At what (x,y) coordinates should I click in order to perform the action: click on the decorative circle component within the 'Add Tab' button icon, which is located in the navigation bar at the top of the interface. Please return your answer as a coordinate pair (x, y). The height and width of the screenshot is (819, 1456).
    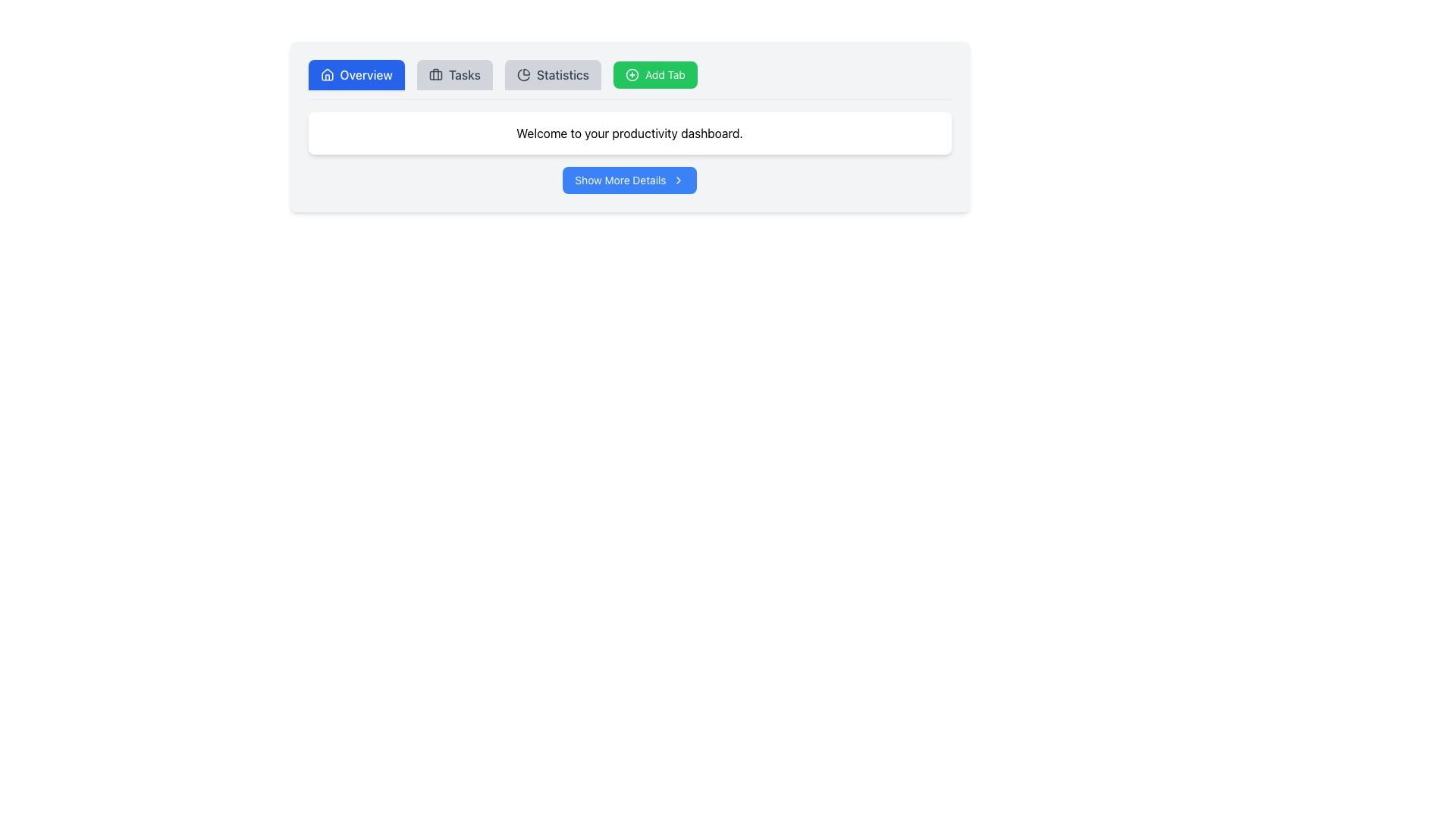
    Looking at the image, I should click on (632, 75).